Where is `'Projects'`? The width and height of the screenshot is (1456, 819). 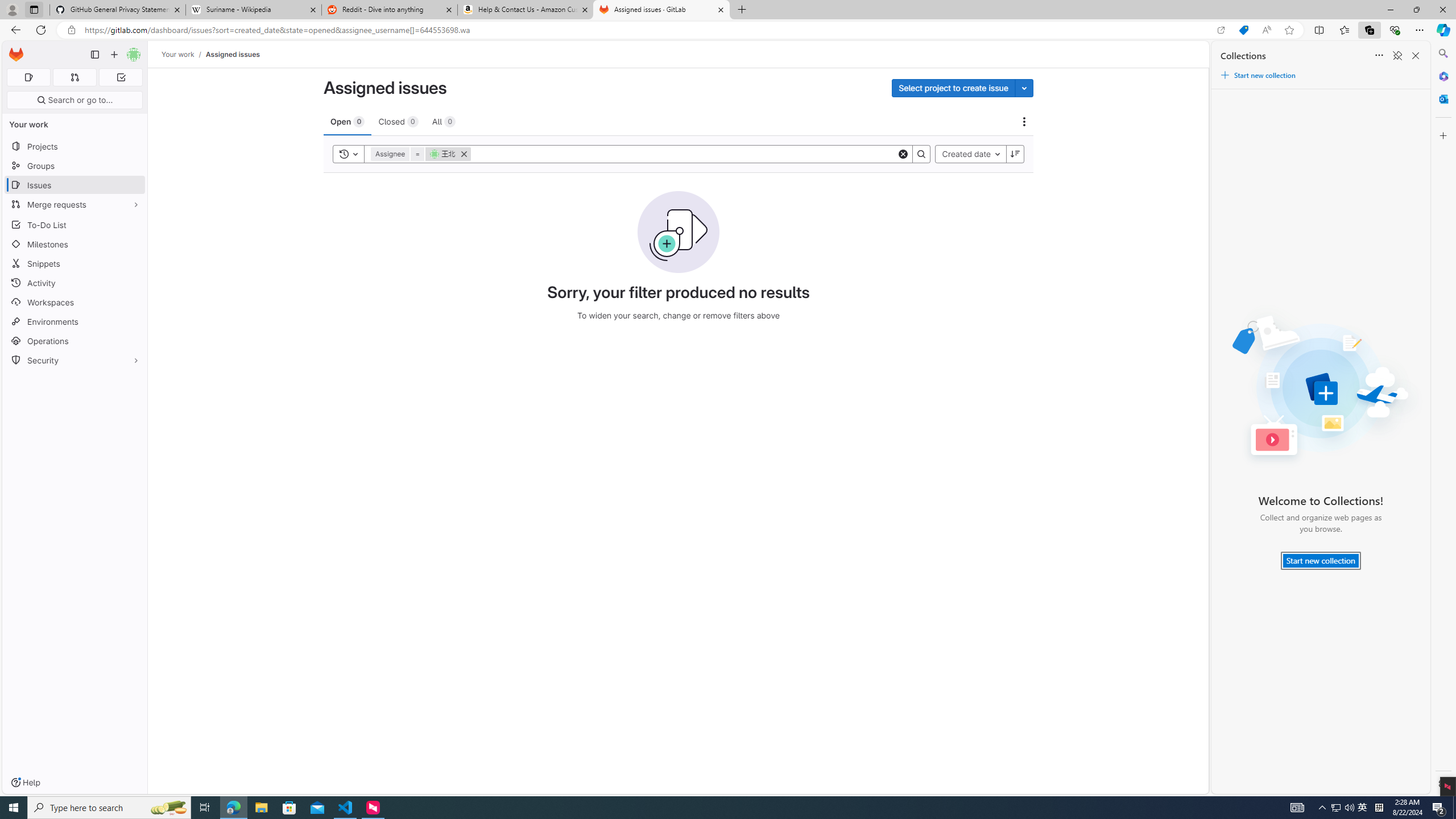 'Projects' is located at coordinates (74, 146).